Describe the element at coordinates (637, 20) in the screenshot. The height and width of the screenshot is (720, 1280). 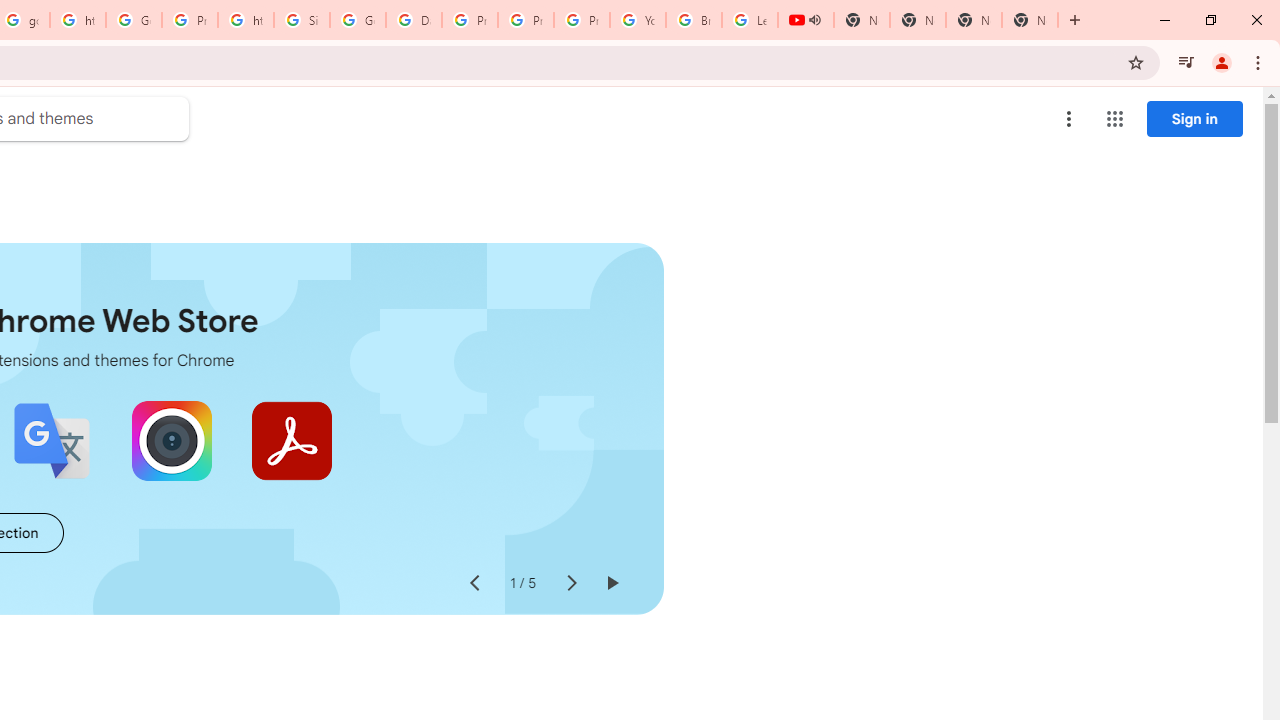
I see `'YouTube'` at that location.